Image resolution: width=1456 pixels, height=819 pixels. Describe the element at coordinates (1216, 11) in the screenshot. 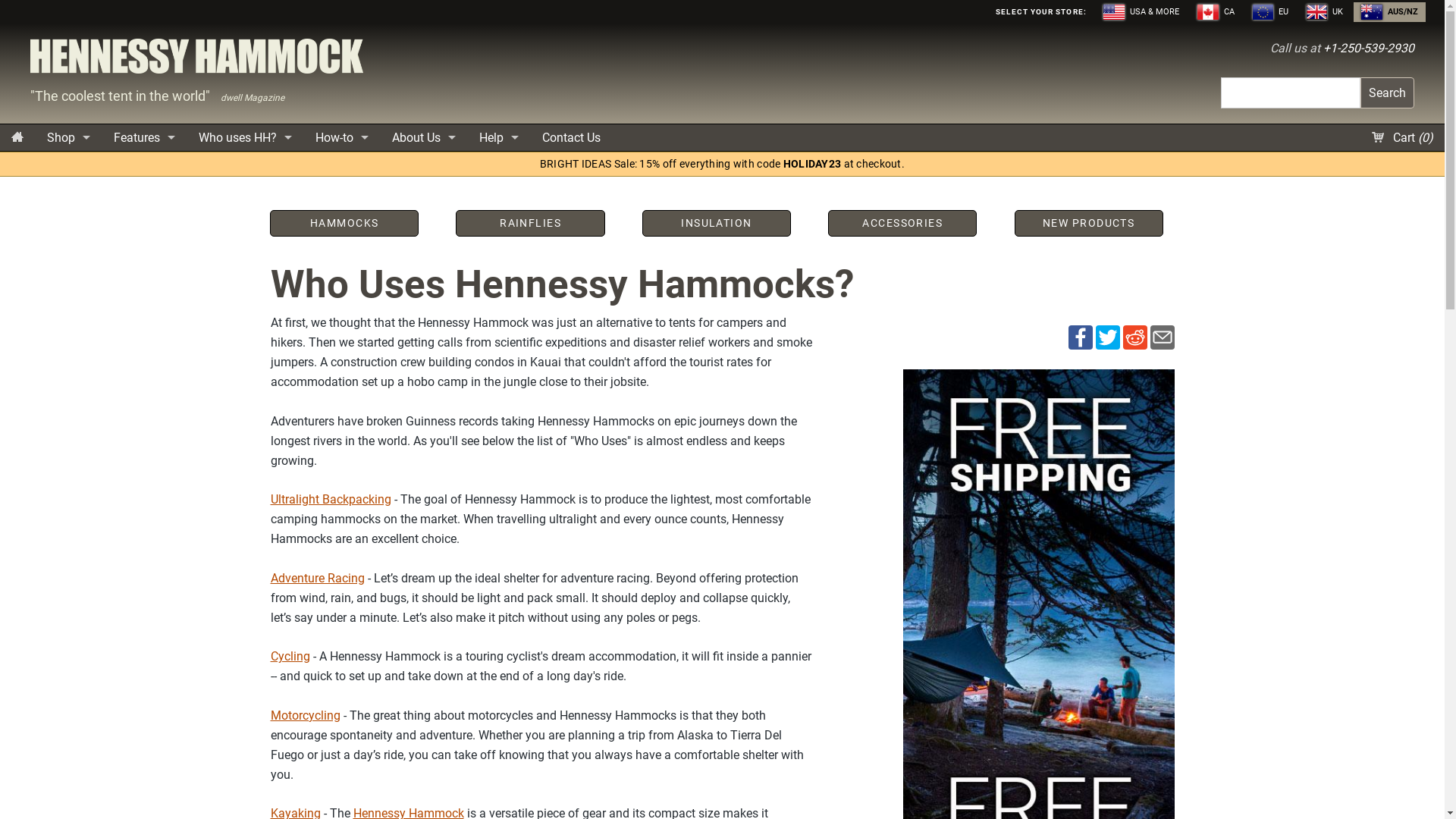

I see `'CA'` at that location.